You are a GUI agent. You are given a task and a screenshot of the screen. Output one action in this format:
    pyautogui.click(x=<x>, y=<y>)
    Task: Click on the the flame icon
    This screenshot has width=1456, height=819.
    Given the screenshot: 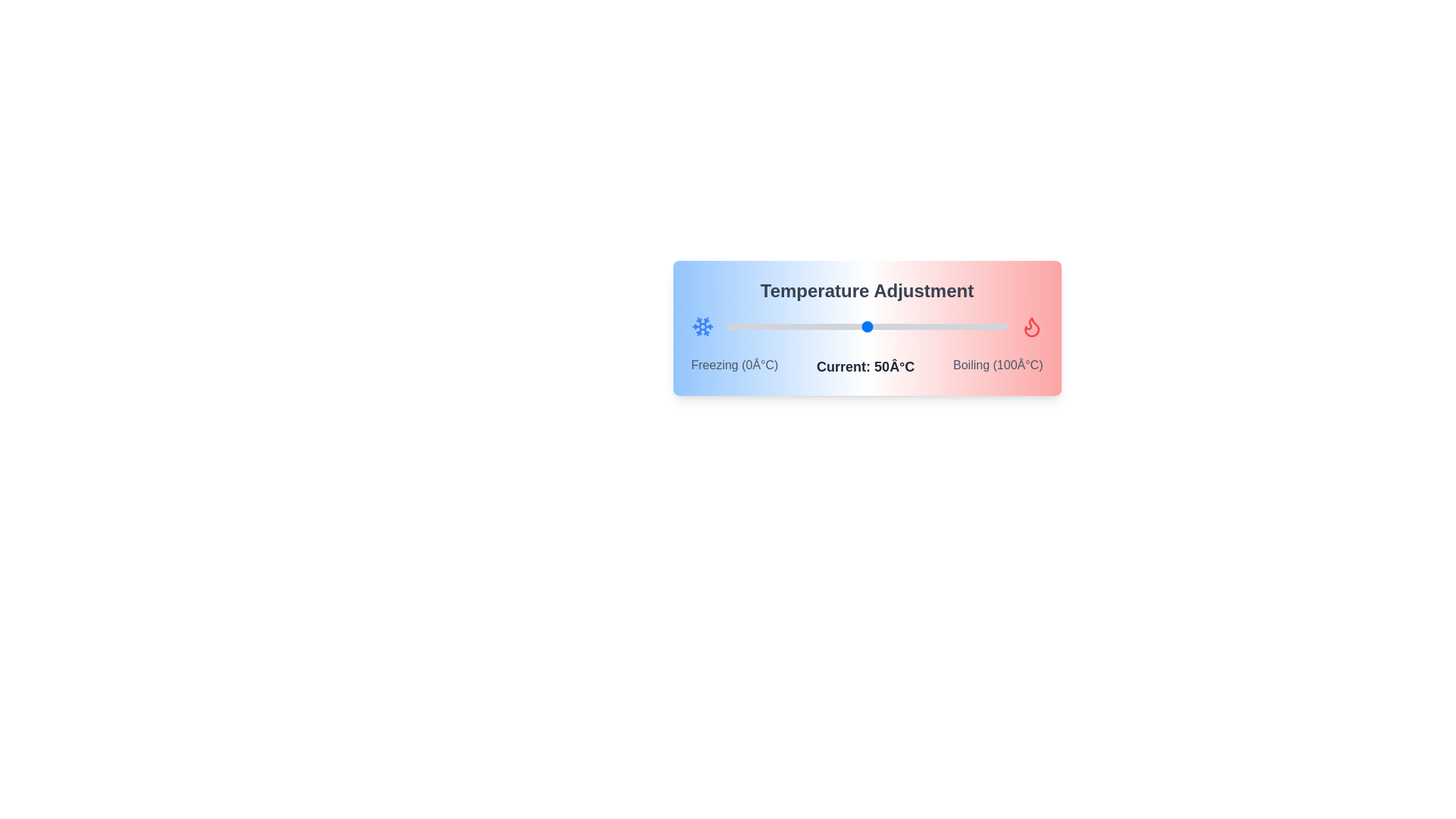 What is the action you would take?
    pyautogui.click(x=1031, y=326)
    